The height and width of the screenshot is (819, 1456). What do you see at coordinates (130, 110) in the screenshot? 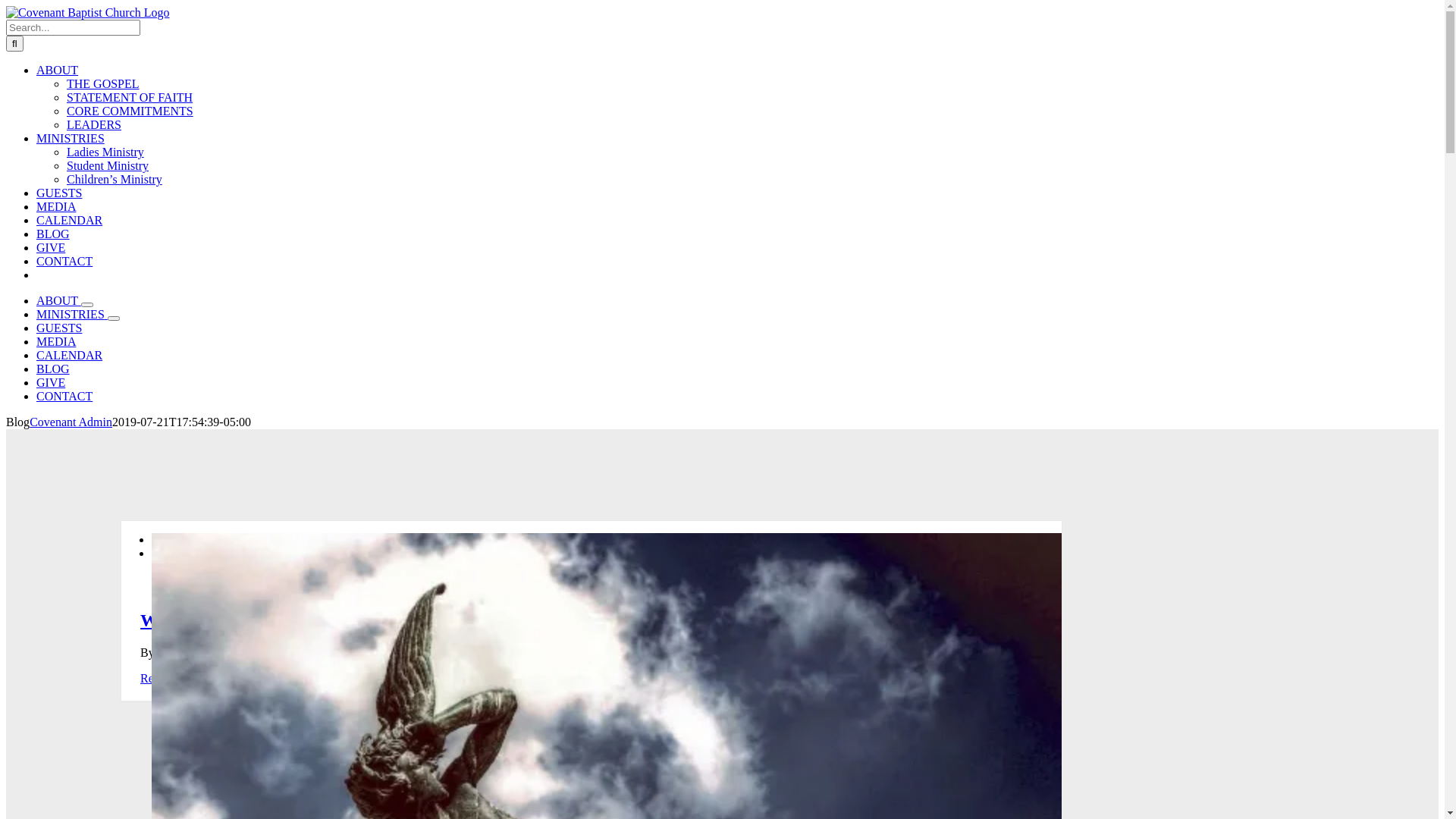
I see `'CORE COMMITMENTS'` at bounding box center [130, 110].